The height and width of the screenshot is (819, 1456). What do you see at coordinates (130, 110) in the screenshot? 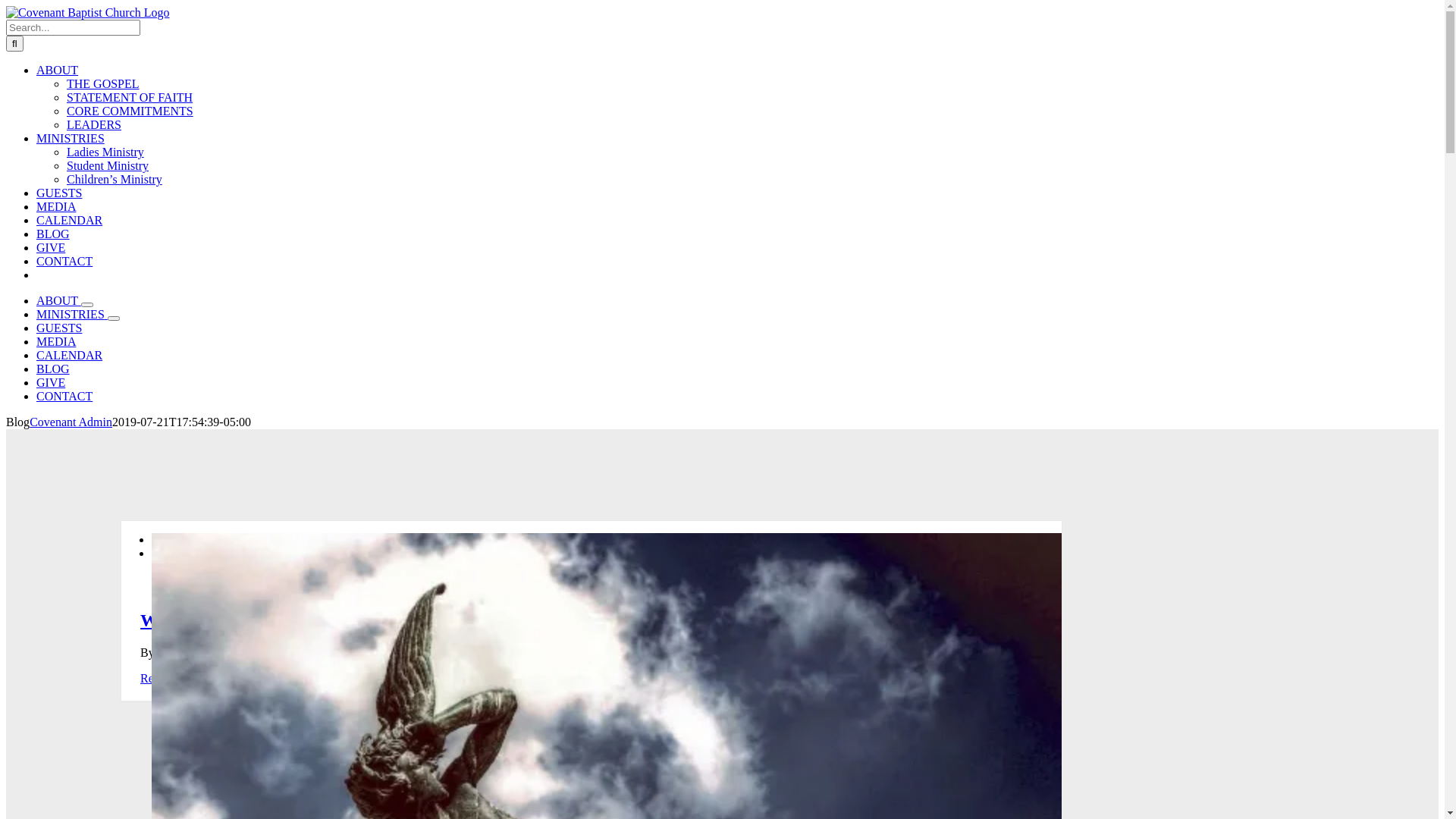
I see `'CORE COMMITMENTS'` at bounding box center [130, 110].